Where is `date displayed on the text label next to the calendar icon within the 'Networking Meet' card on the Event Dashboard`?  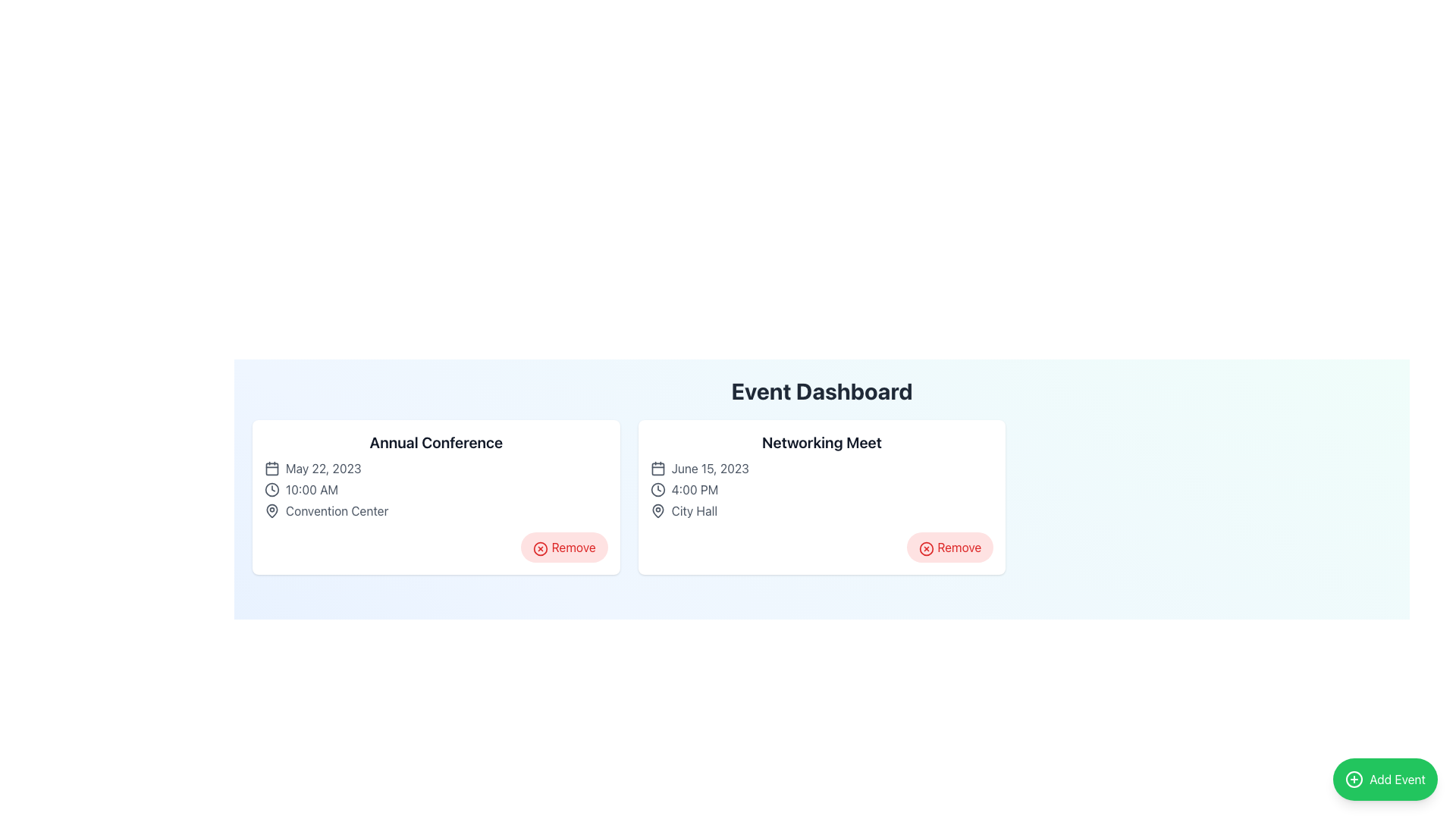
date displayed on the text label next to the calendar icon within the 'Networking Meet' card on the Event Dashboard is located at coordinates (709, 467).